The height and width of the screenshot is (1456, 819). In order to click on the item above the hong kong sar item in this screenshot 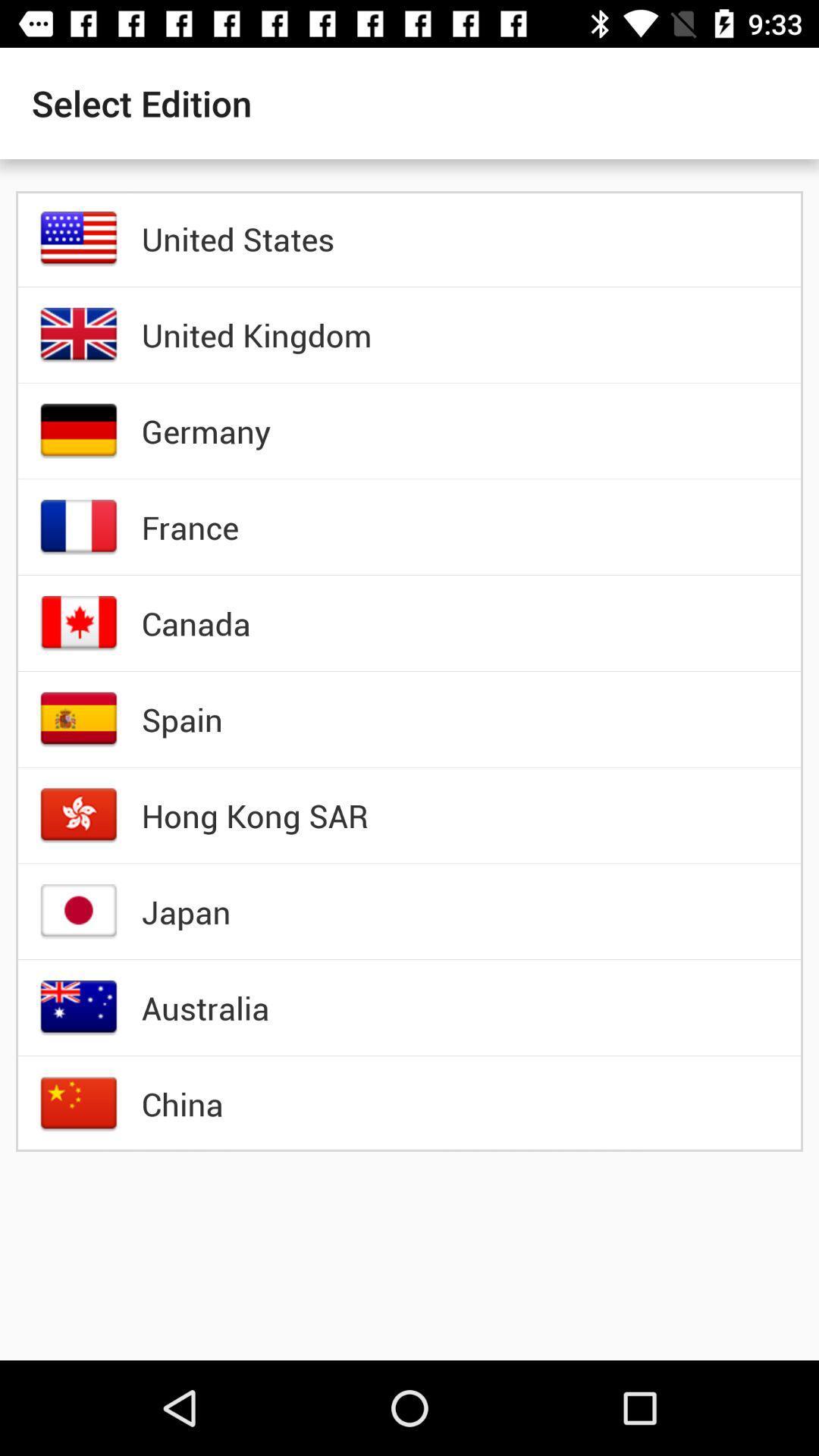, I will do `click(181, 718)`.